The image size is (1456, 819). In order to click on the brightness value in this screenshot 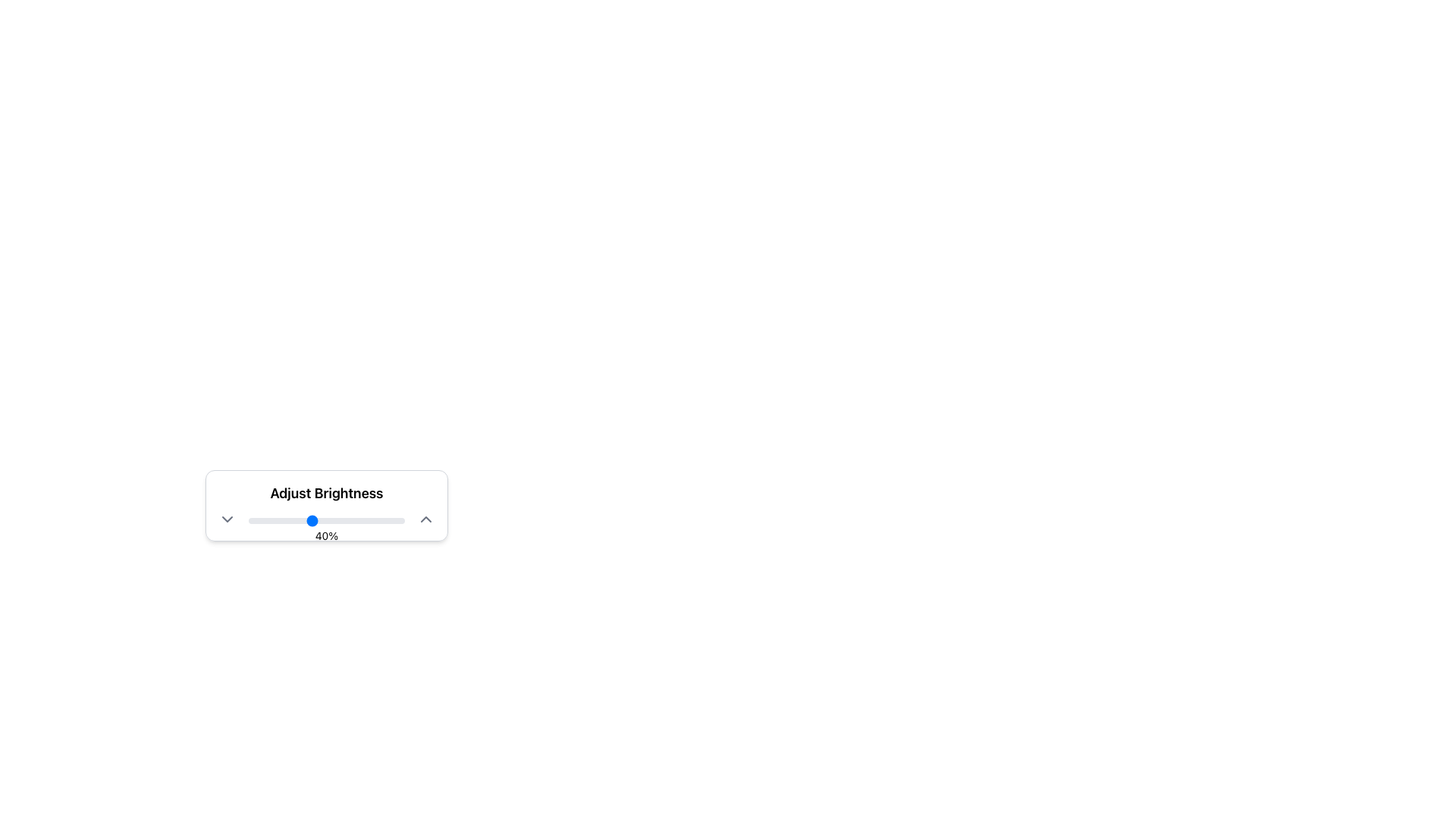, I will do `click(347, 519)`.